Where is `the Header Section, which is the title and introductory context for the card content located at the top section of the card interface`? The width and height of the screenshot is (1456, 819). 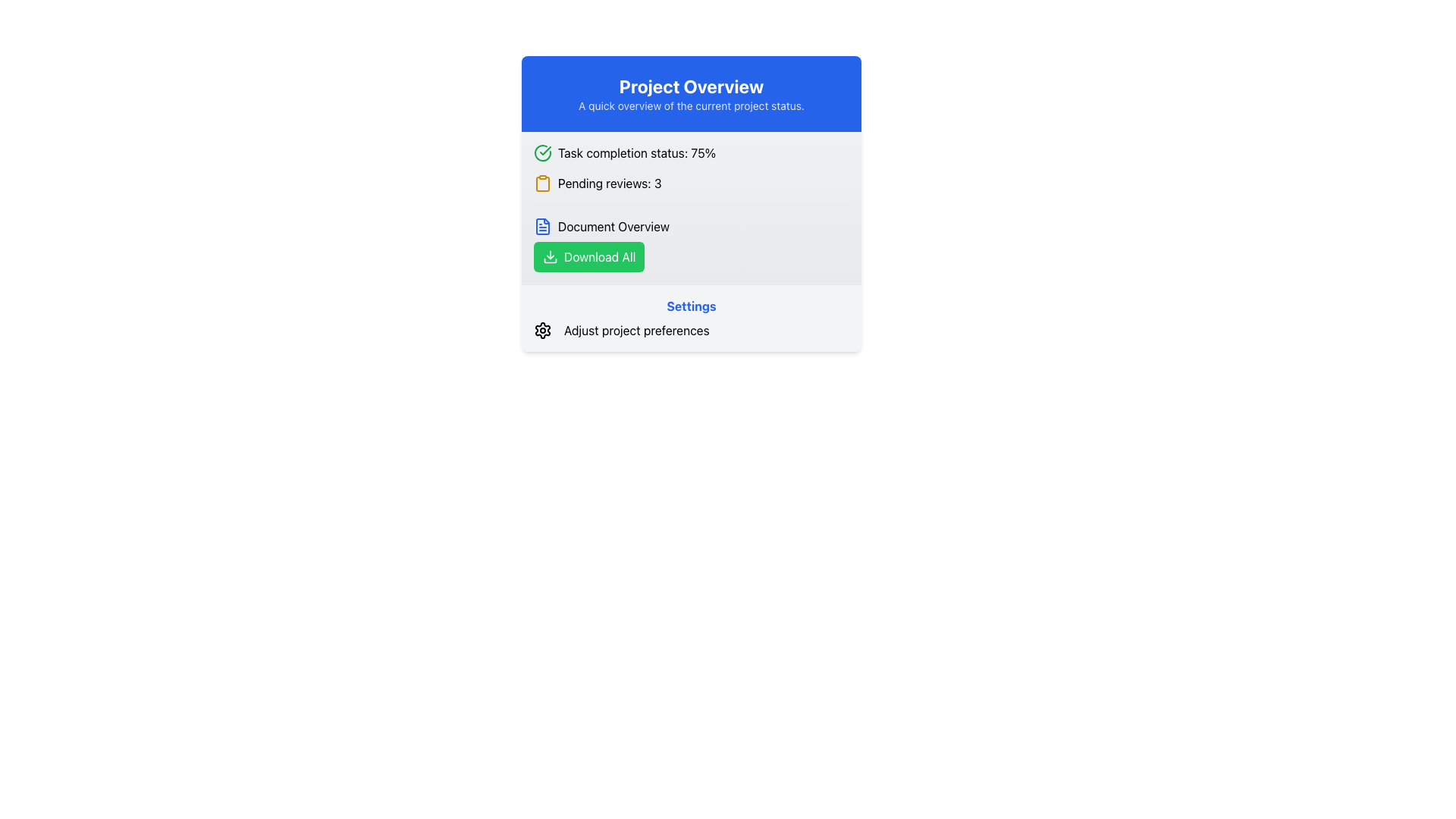
the Header Section, which is the title and introductory context for the card content located at the top section of the card interface is located at coordinates (691, 93).